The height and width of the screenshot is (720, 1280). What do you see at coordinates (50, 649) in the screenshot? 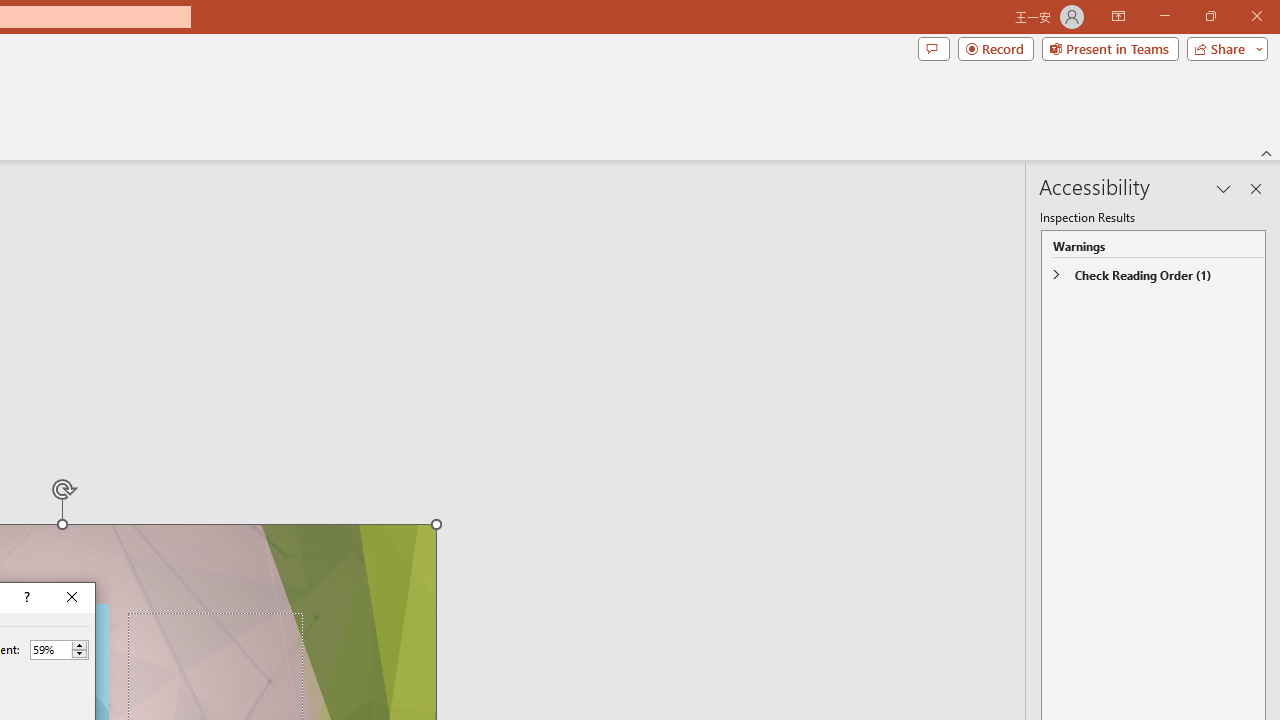
I see `'Percent'` at bounding box center [50, 649].